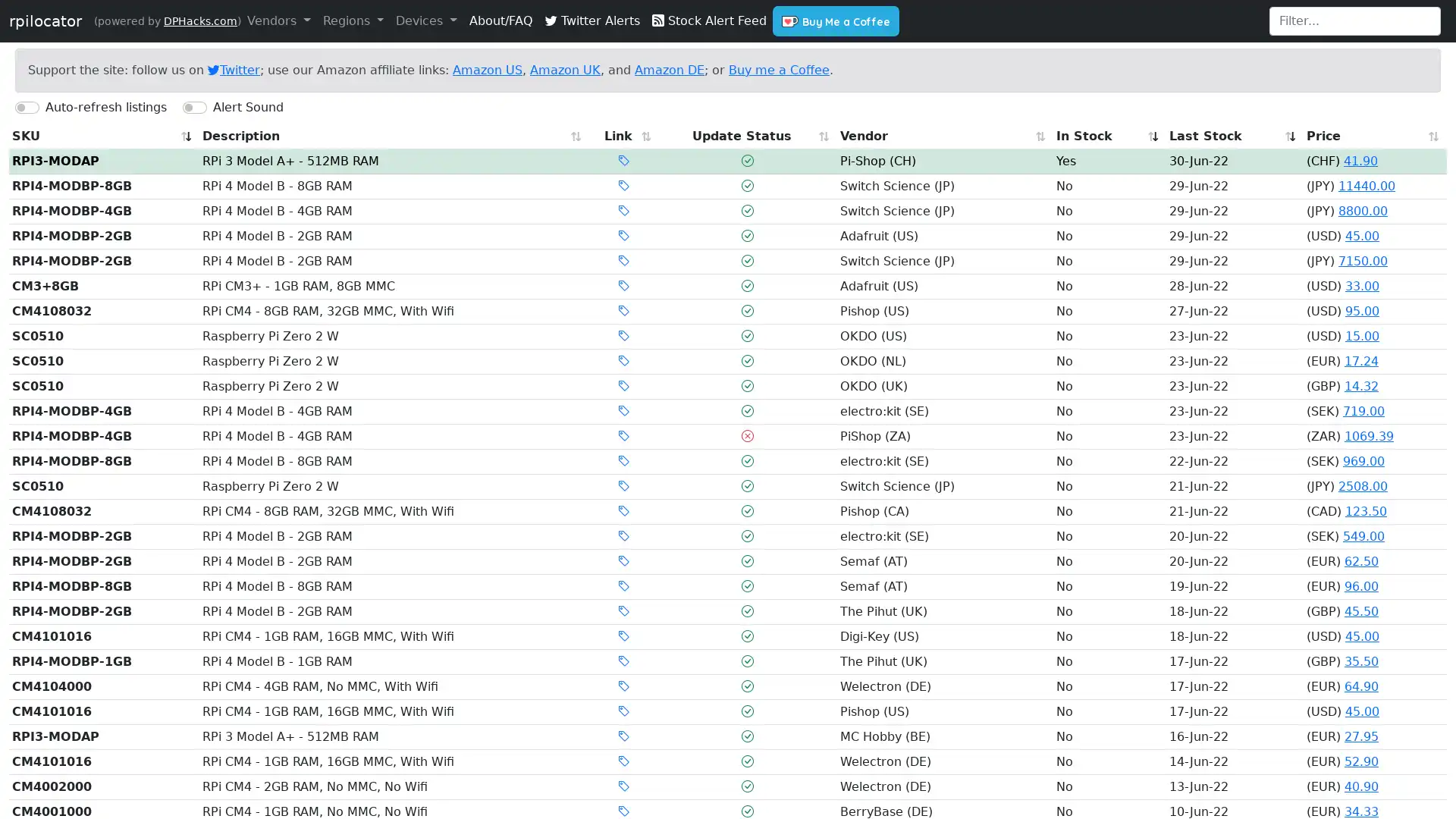  I want to click on Regions, so click(352, 20).